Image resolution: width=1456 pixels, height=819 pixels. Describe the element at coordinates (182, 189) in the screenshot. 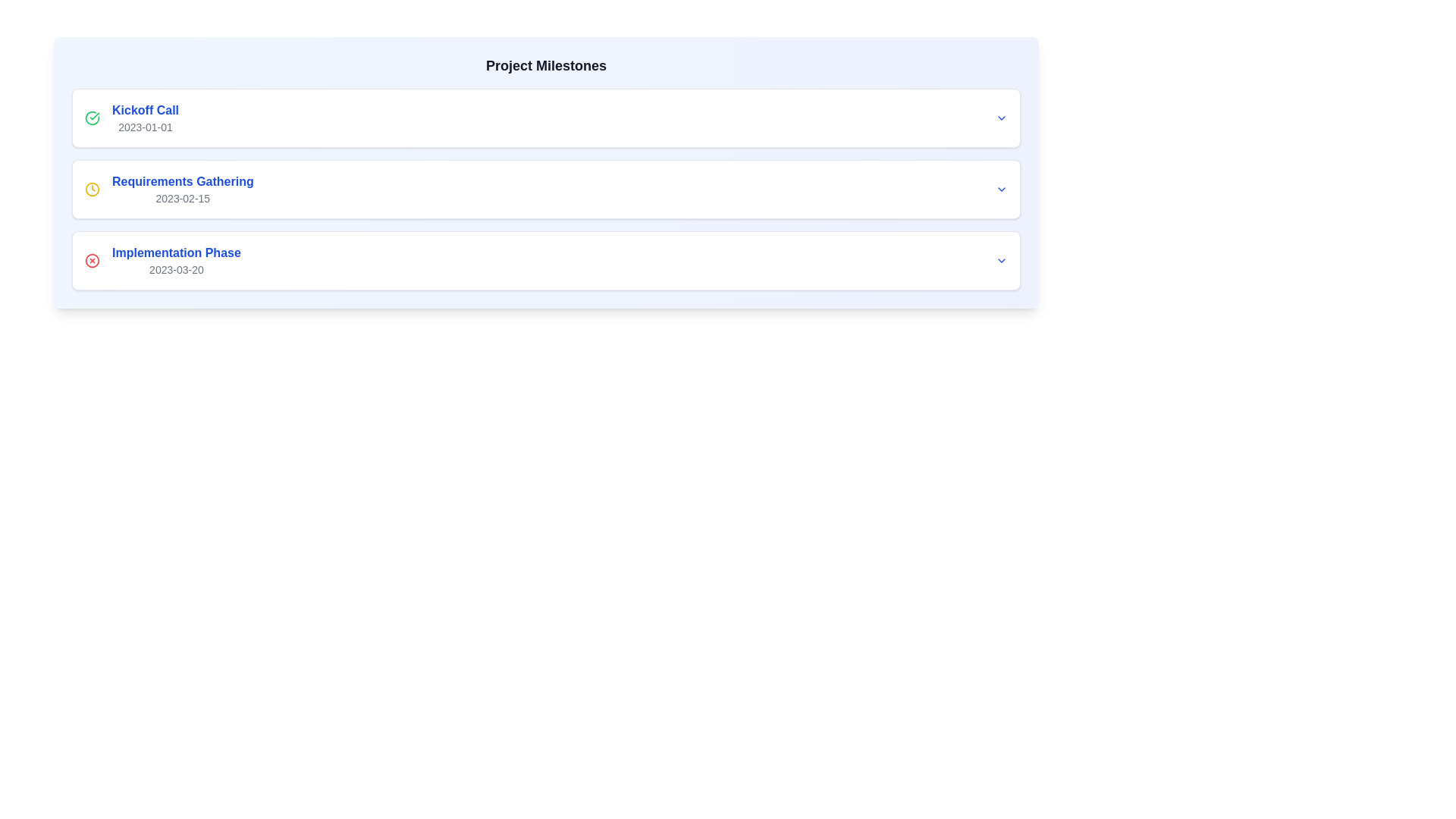

I see `the text display element representing the project milestone 'Requirements Gathering' located in the 'Project Milestones' section` at that location.